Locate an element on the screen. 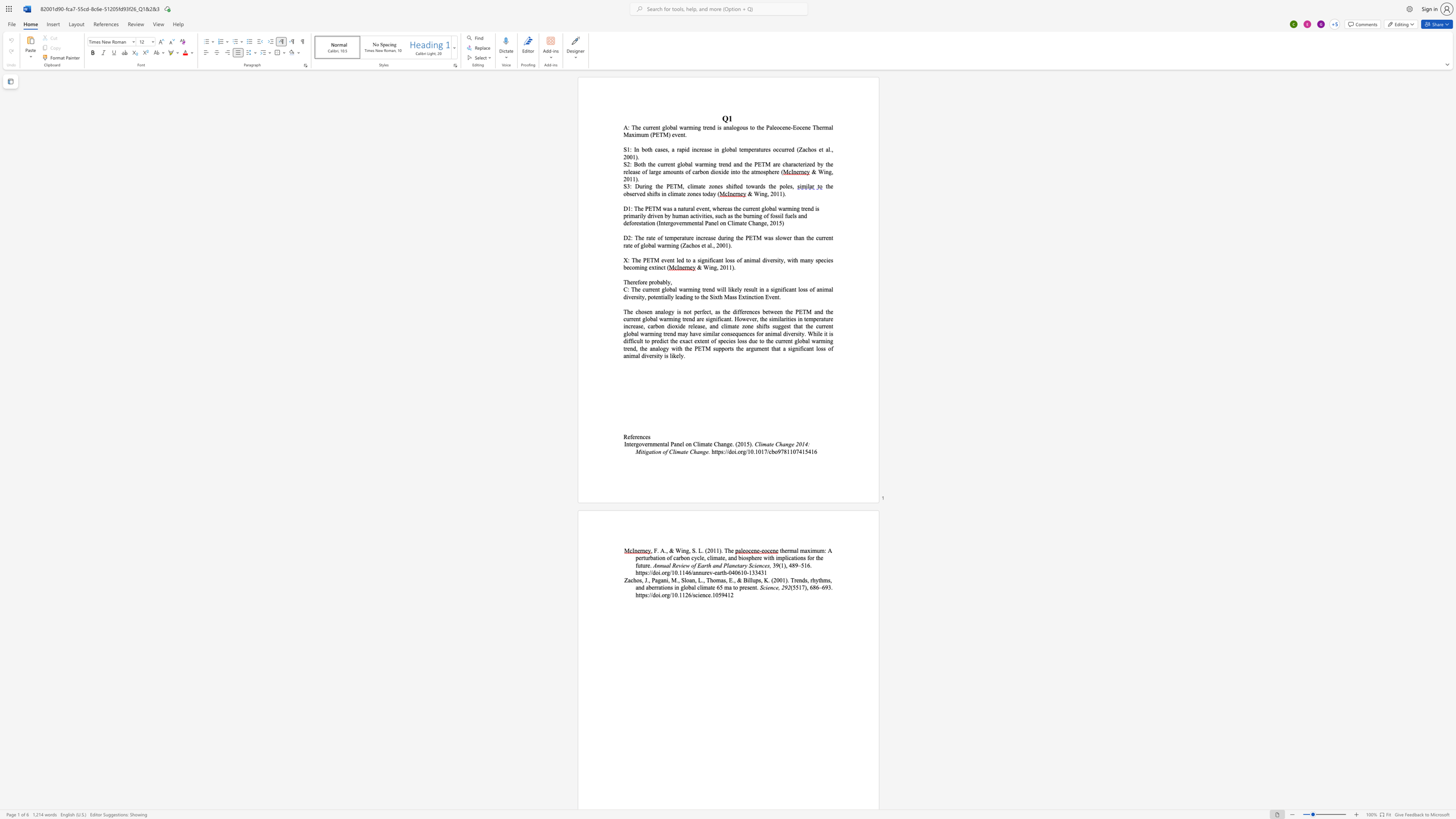  the 2th character "l" in the text is located at coordinates (691, 164).